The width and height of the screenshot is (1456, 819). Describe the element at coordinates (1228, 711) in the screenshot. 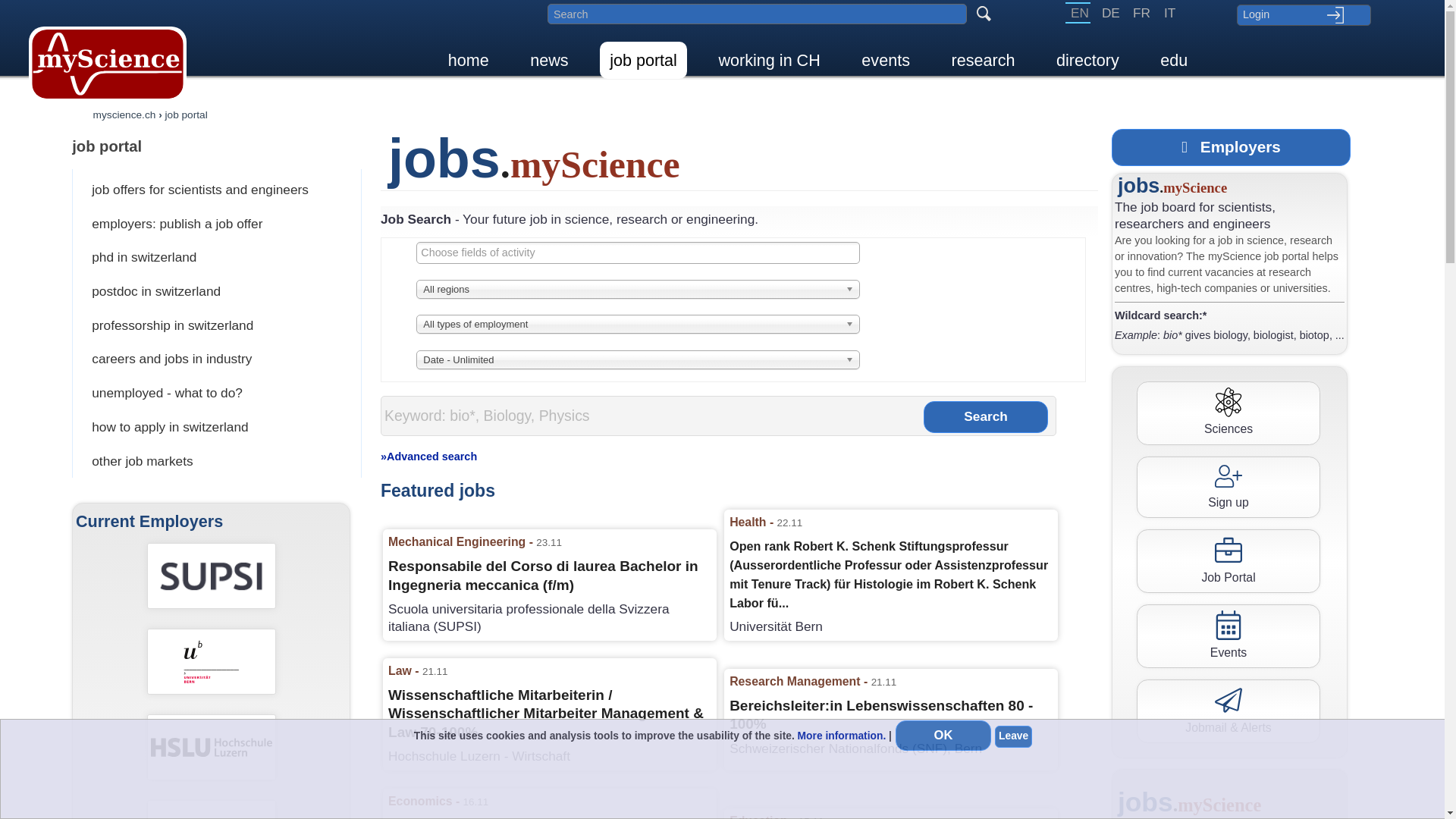

I see `'Jobmail & Alerts'` at that location.